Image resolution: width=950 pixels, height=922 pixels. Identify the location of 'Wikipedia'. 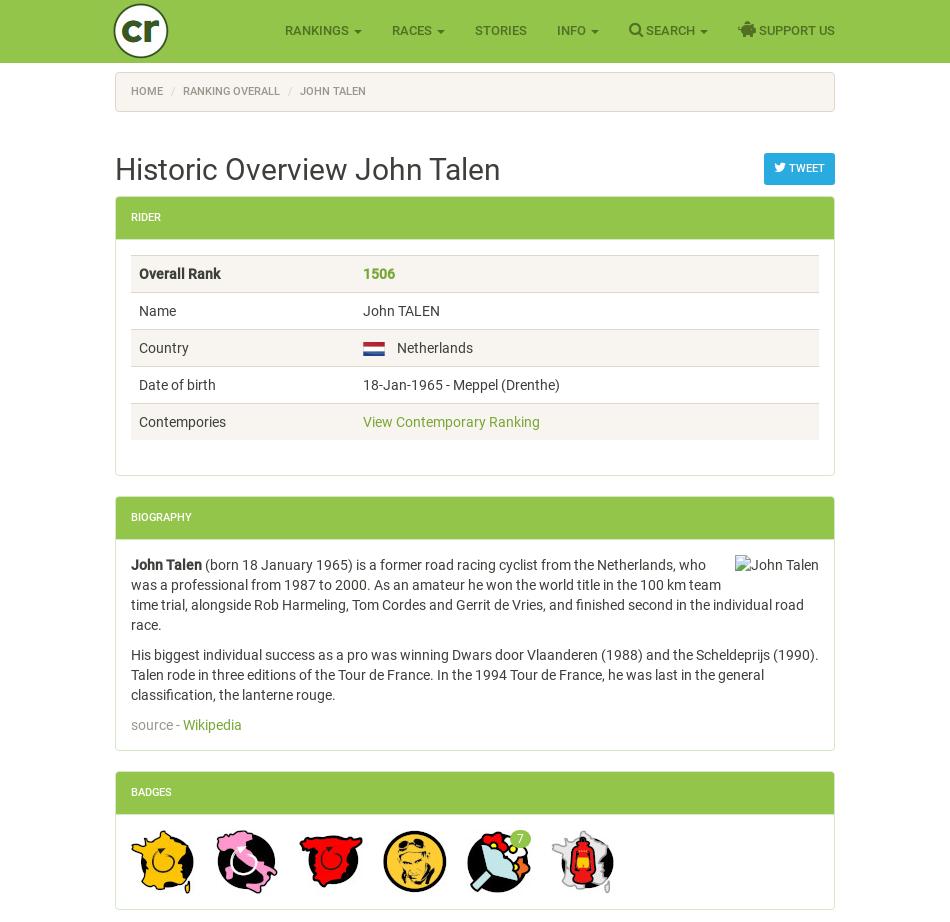
(212, 723).